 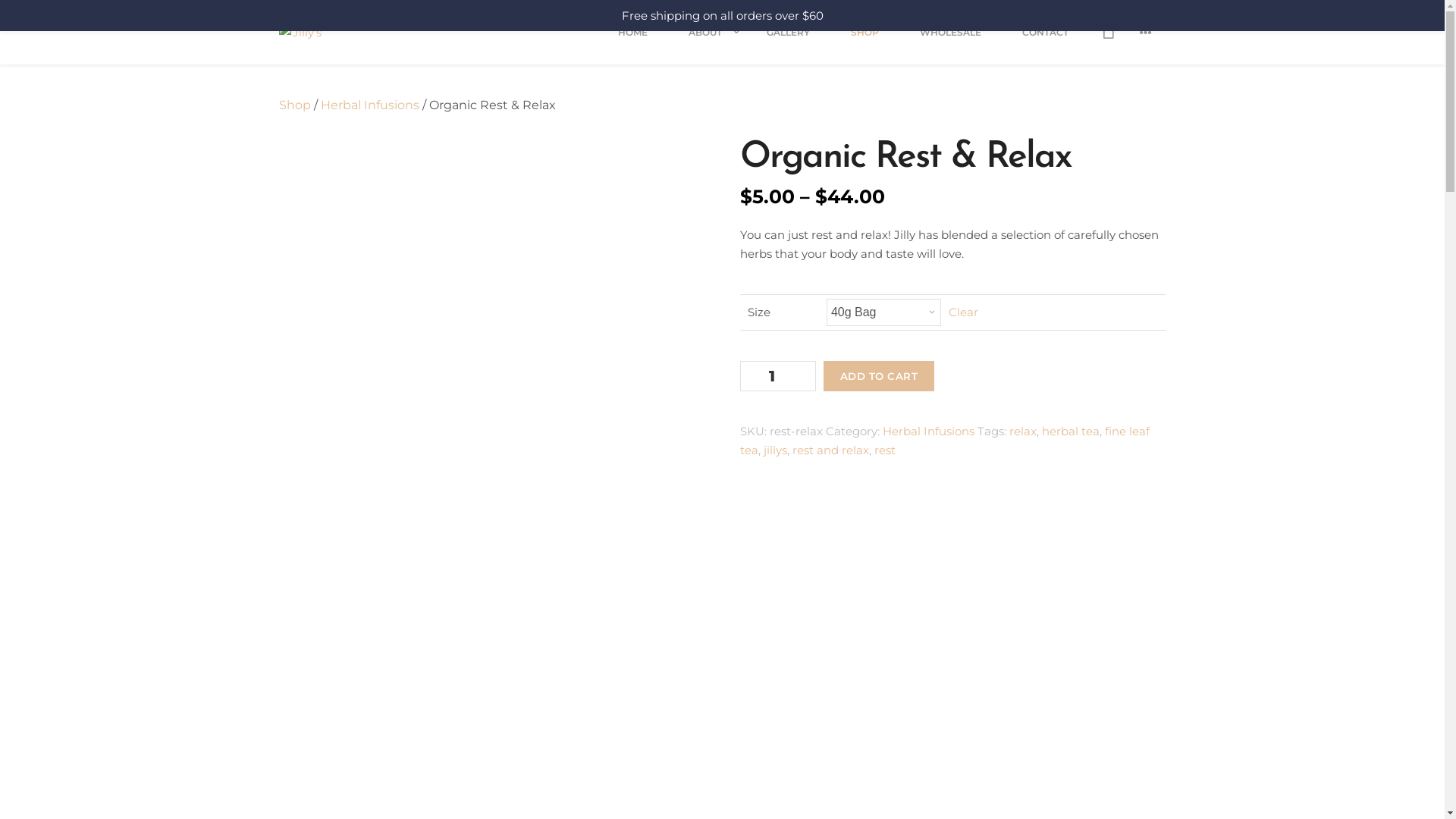 I want to click on 'GALLERY', so click(x=788, y=42).